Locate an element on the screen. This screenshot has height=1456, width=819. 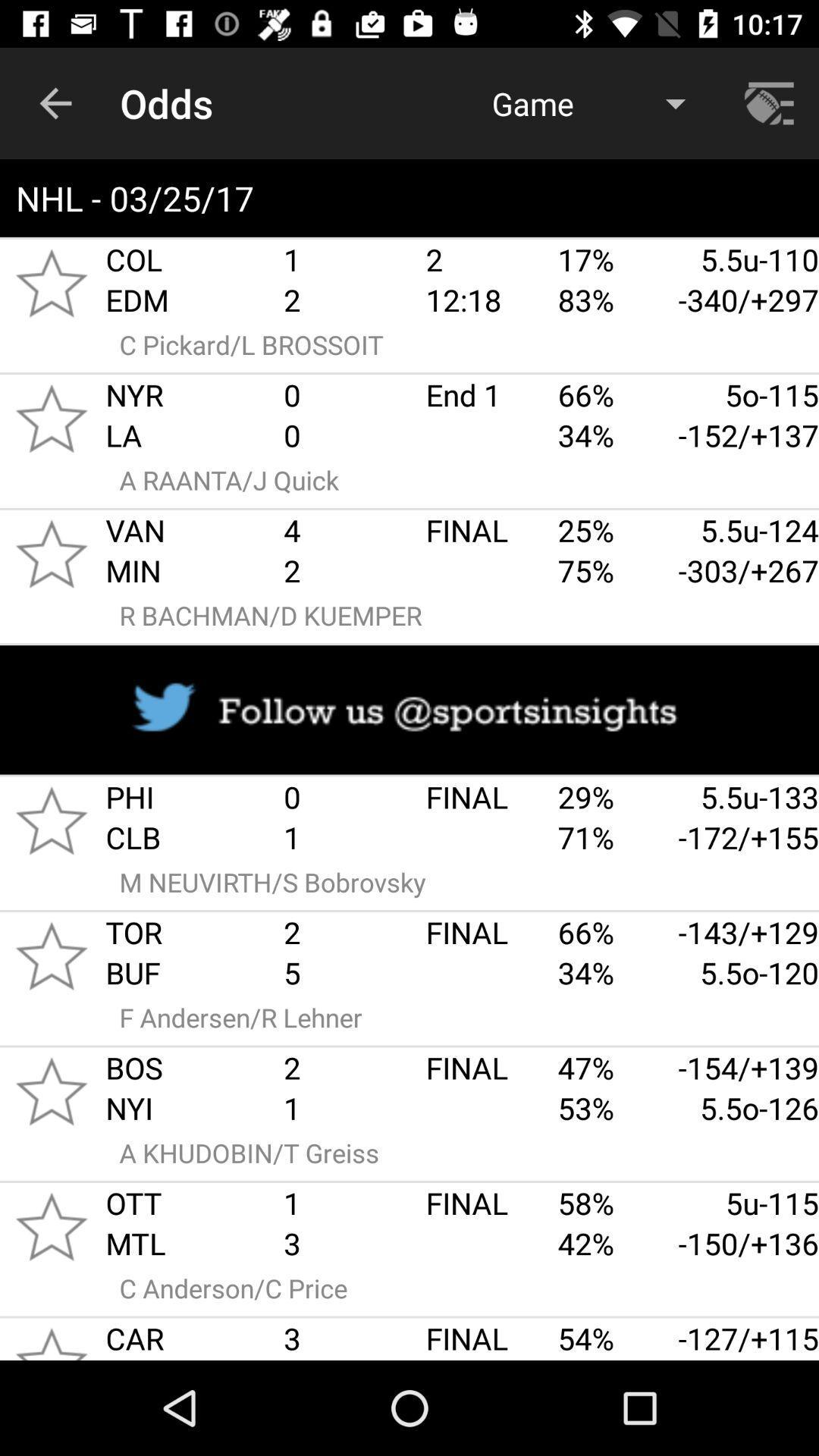
go starring is located at coordinates (51, 1226).